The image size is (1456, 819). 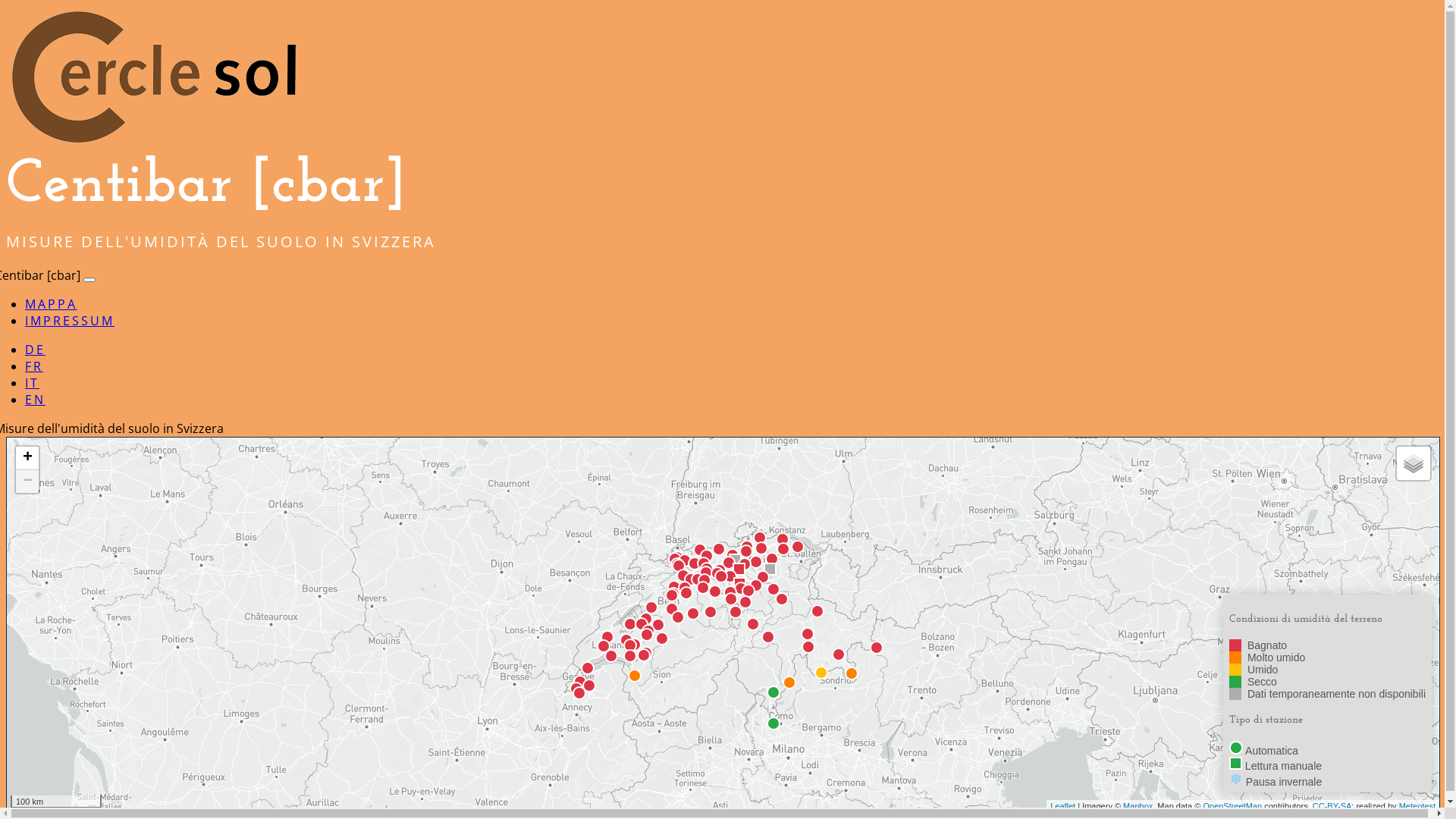 I want to click on 'IMPRESSUM', so click(x=68, y=320).